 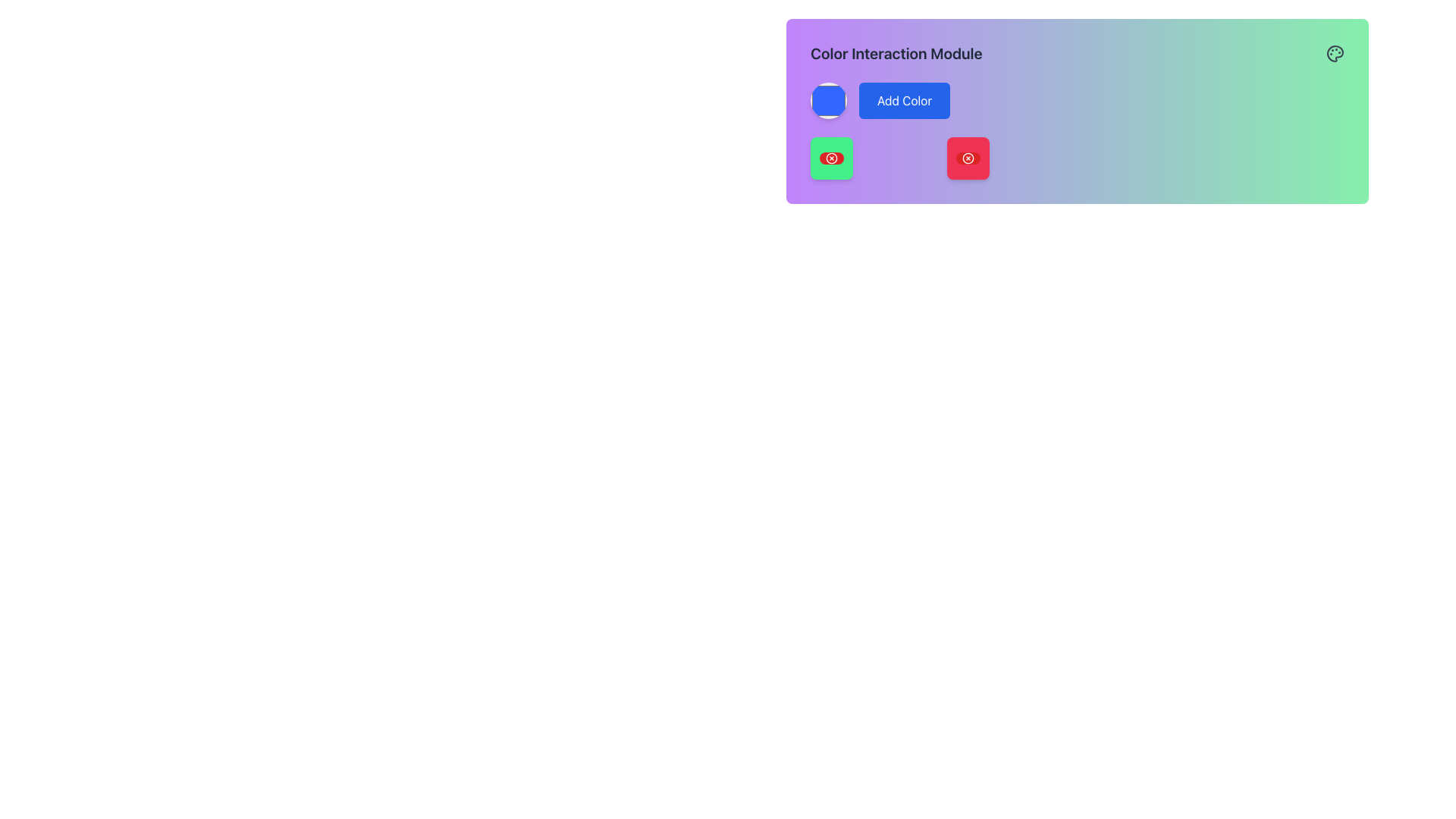 I want to click on the small circular icon with a red background and white 'X' symbol, so click(x=831, y=158).